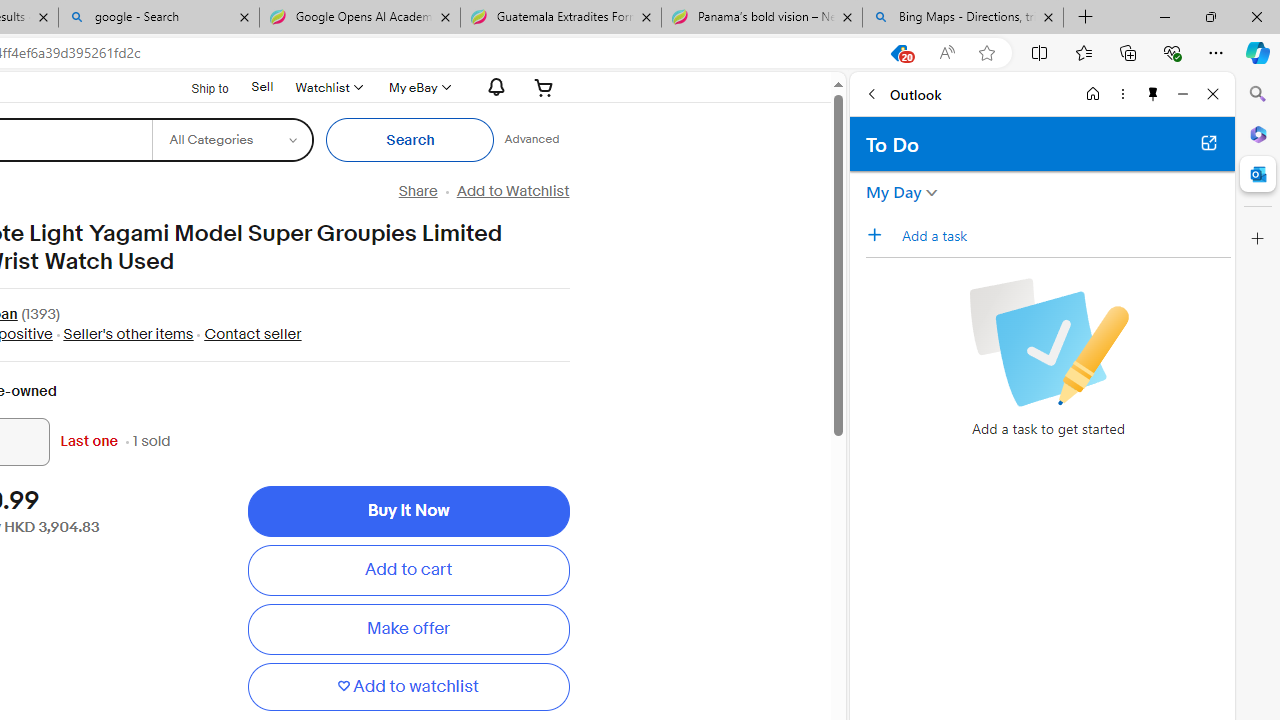 Image resolution: width=1280 pixels, height=720 pixels. What do you see at coordinates (232, 139) in the screenshot?
I see `'Select a category for search'` at bounding box center [232, 139].